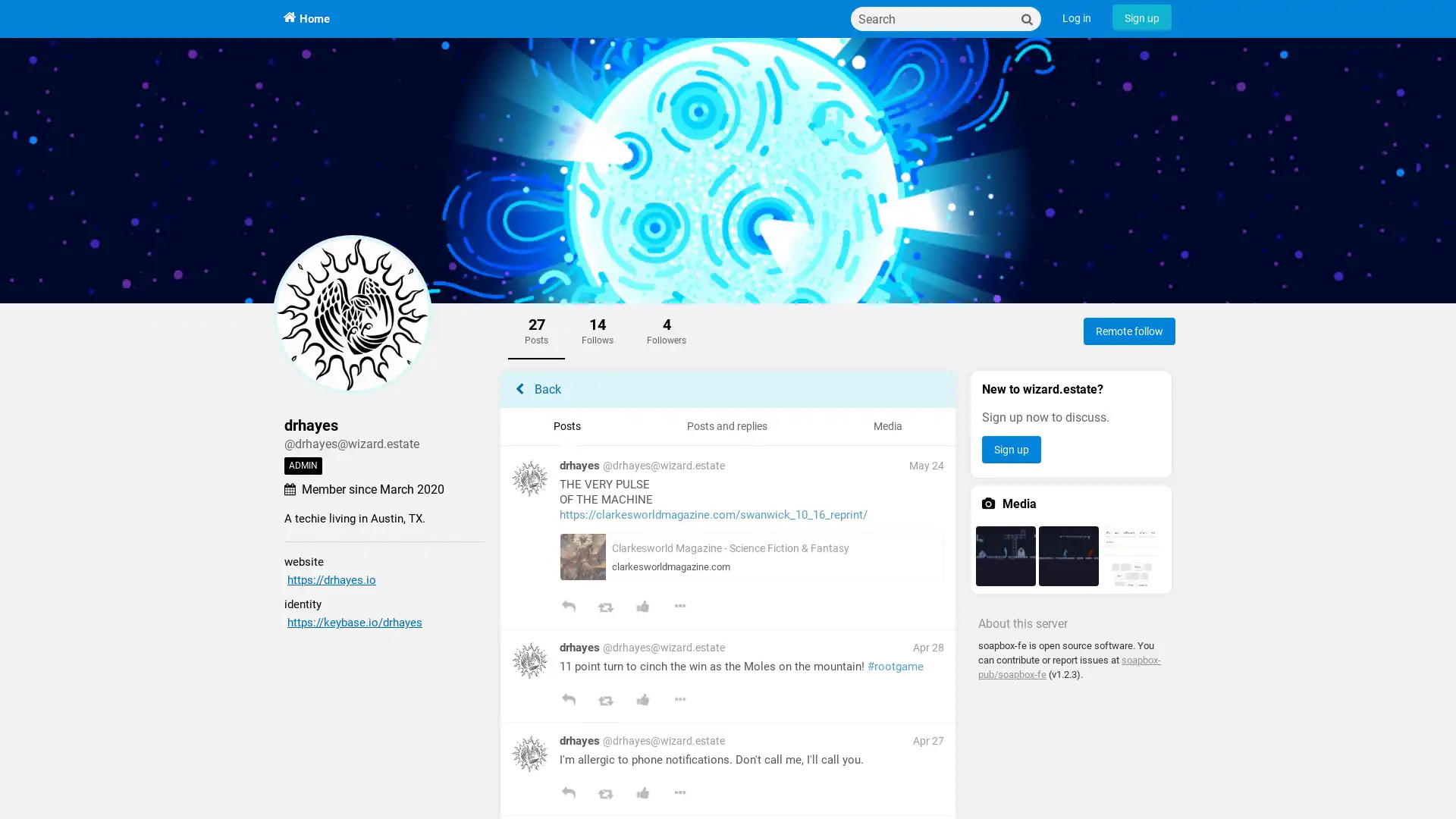 Image resolution: width=1456 pixels, height=819 pixels. I want to click on Repost, so click(604, 794).